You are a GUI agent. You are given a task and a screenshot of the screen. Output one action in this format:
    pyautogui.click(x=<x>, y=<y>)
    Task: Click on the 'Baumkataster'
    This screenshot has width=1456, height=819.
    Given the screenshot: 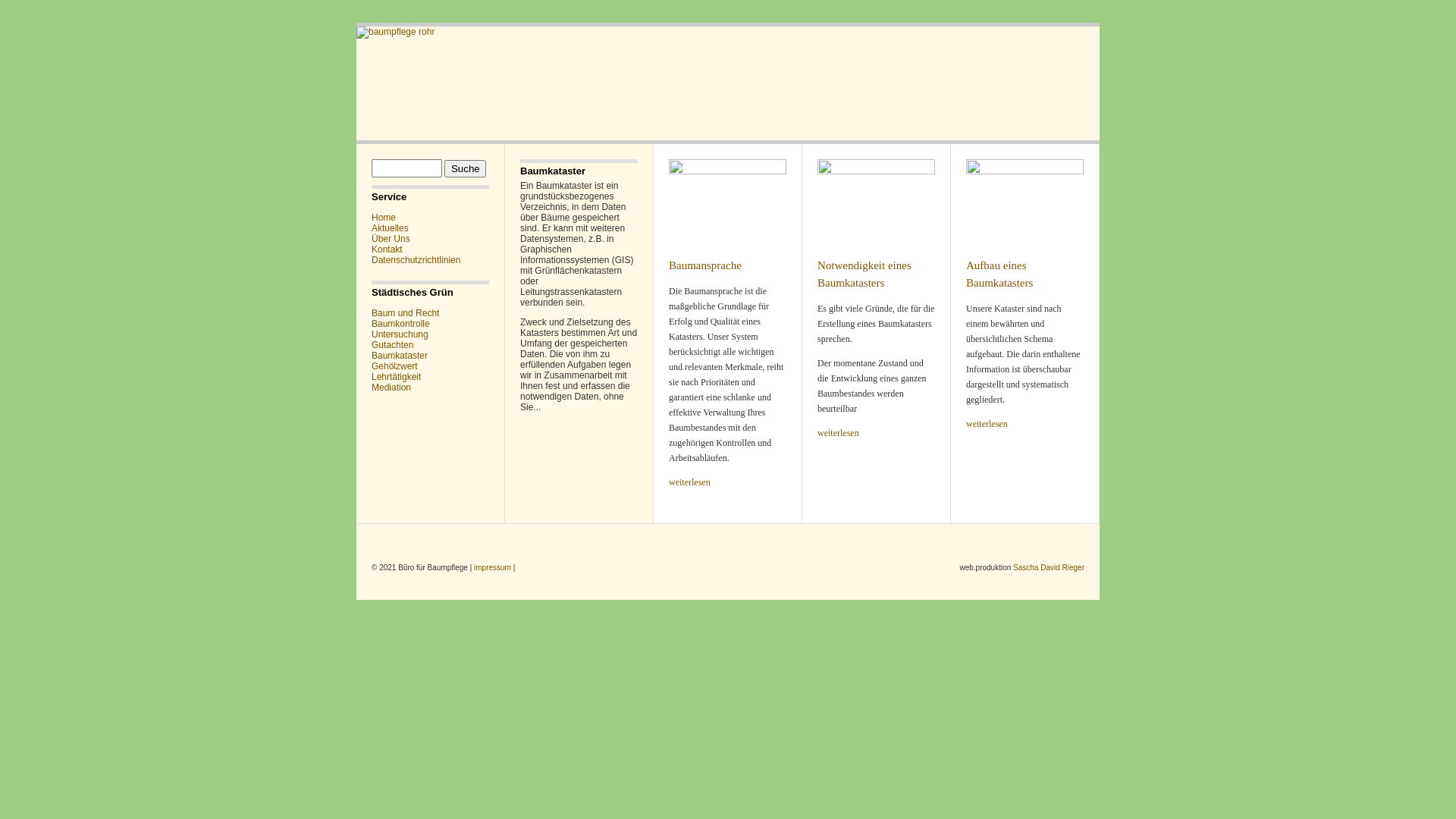 What is the action you would take?
    pyautogui.click(x=400, y=356)
    